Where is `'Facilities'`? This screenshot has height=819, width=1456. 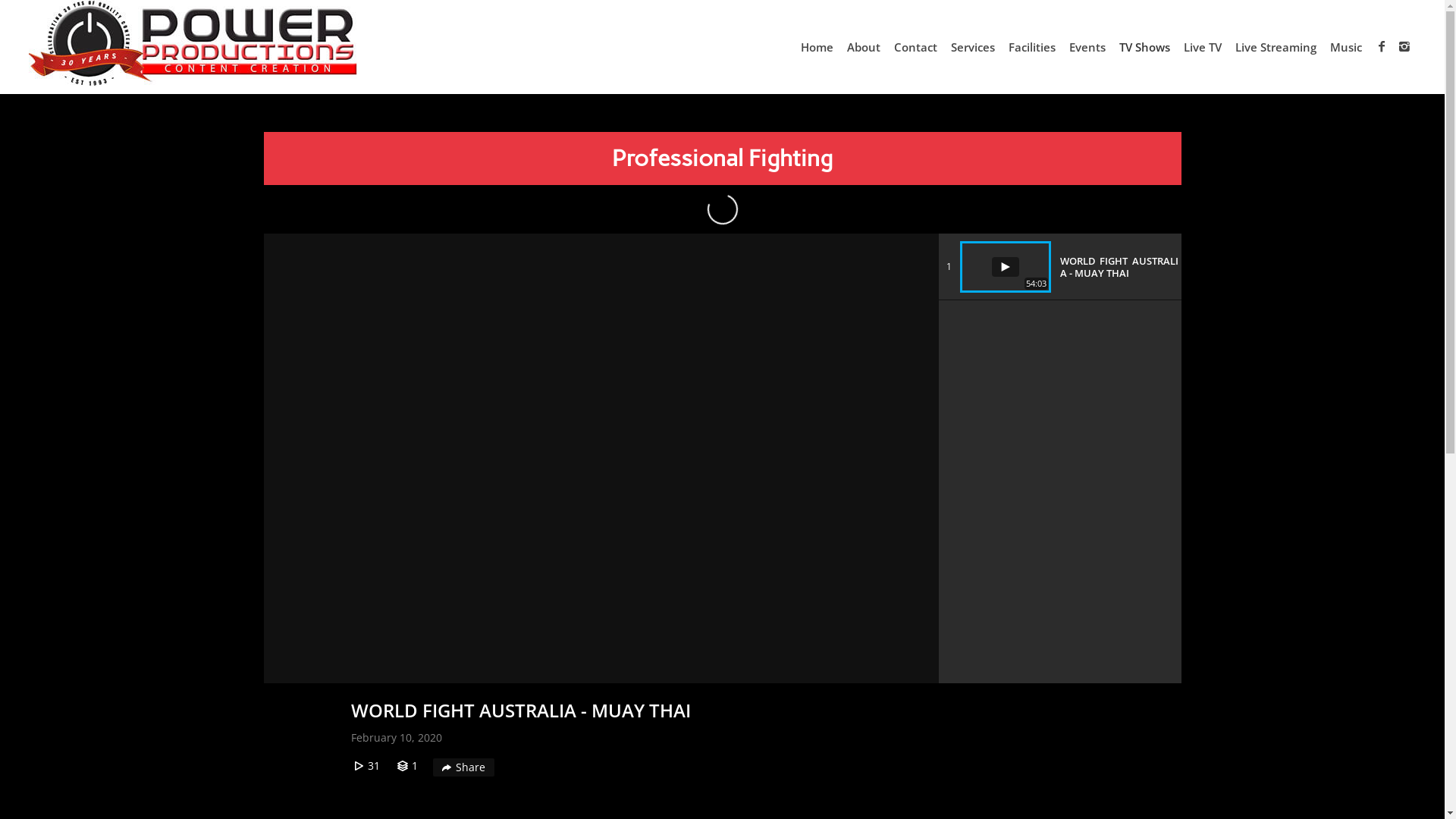 'Facilities' is located at coordinates (1001, 45).